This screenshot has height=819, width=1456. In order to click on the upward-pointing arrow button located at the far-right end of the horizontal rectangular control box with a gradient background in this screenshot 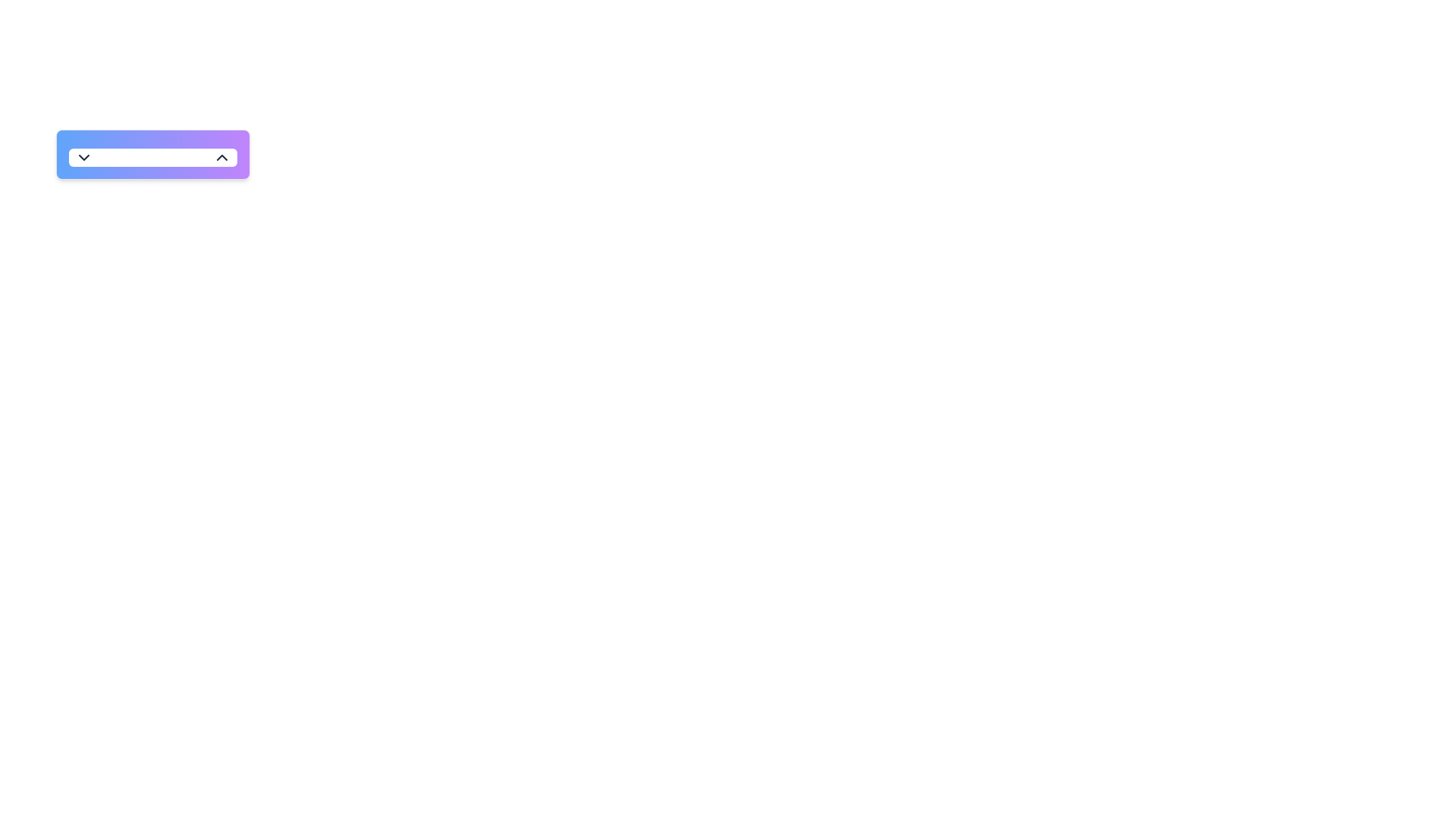, I will do `click(221, 158)`.